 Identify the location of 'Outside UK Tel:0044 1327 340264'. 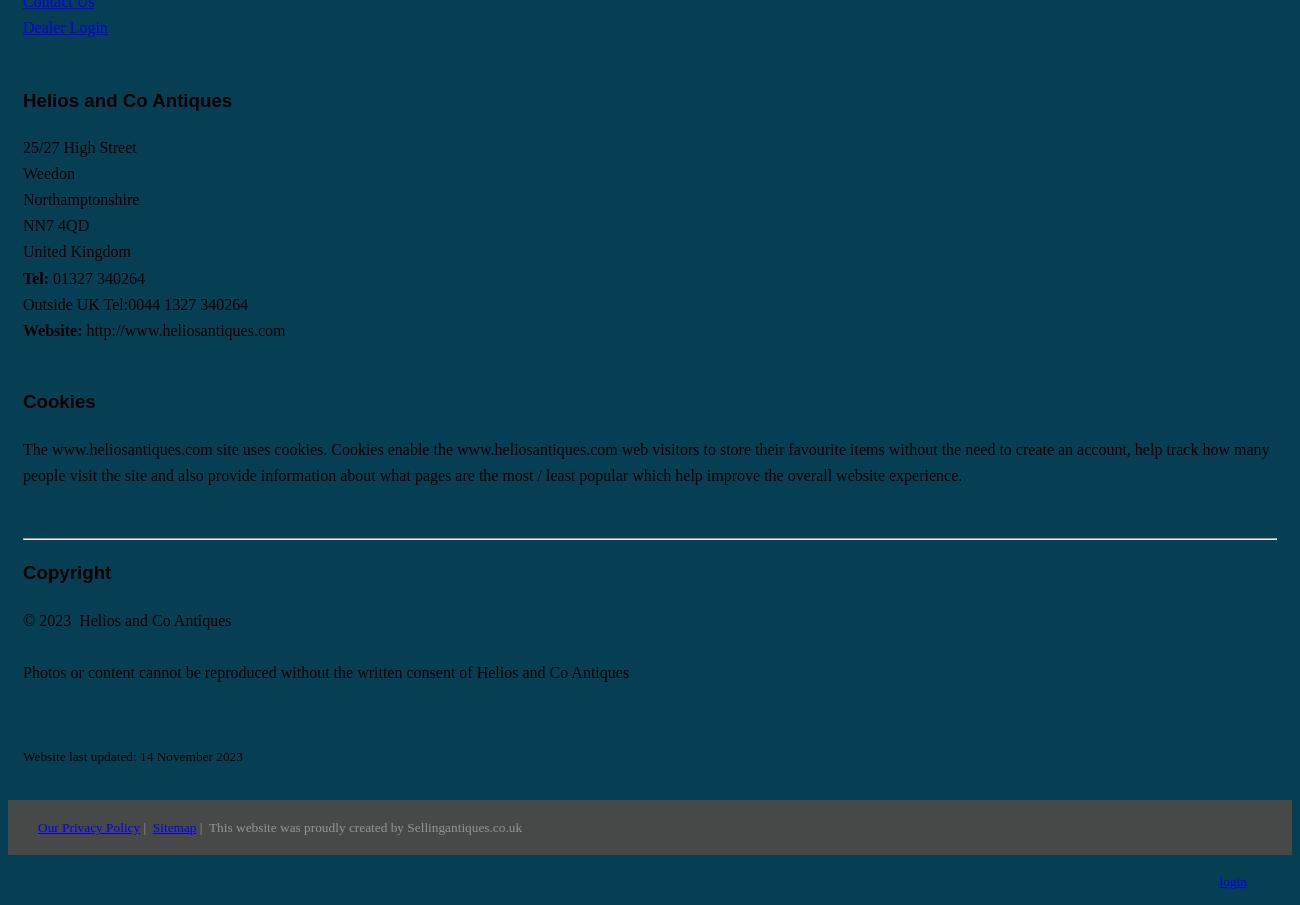
(134, 302).